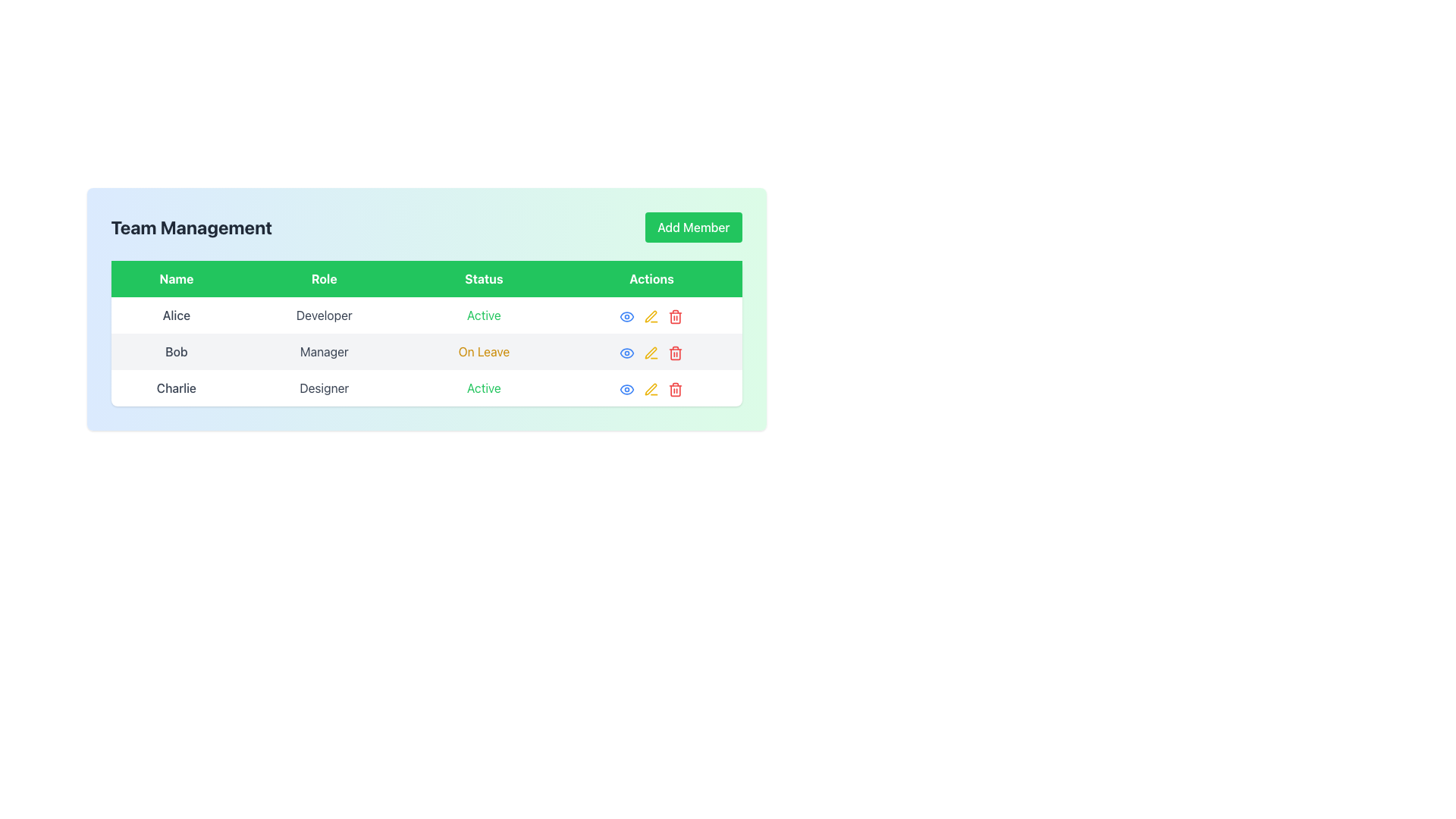  Describe the element at coordinates (651, 353) in the screenshot. I see `the edit icon in the 'Actions' column for the row labeled 'Bob'` at that location.